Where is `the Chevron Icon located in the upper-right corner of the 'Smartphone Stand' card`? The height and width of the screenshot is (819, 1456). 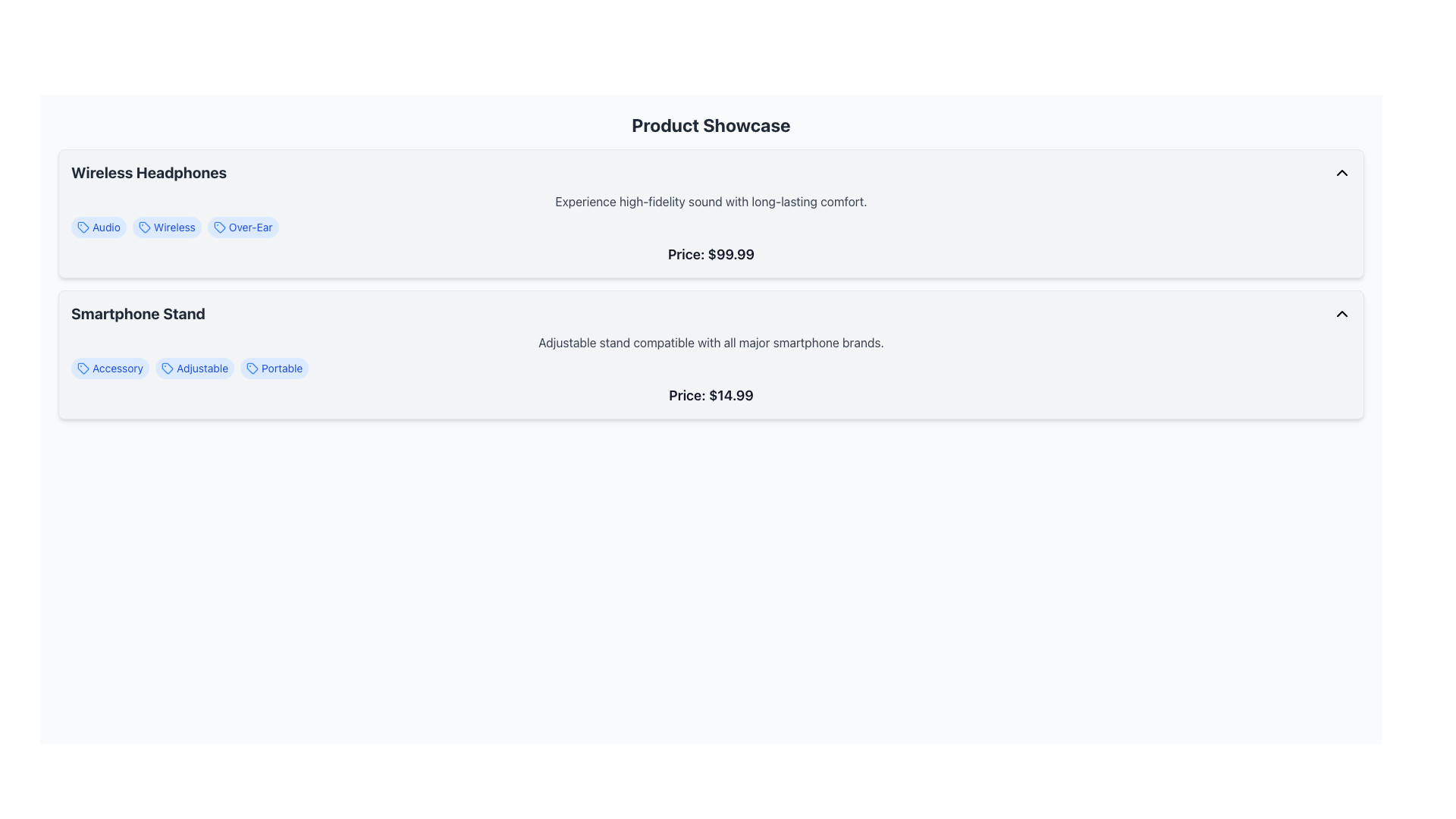 the Chevron Icon located in the upper-right corner of the 'Smartphone Stand' card is located at coordinates (1342, 312).